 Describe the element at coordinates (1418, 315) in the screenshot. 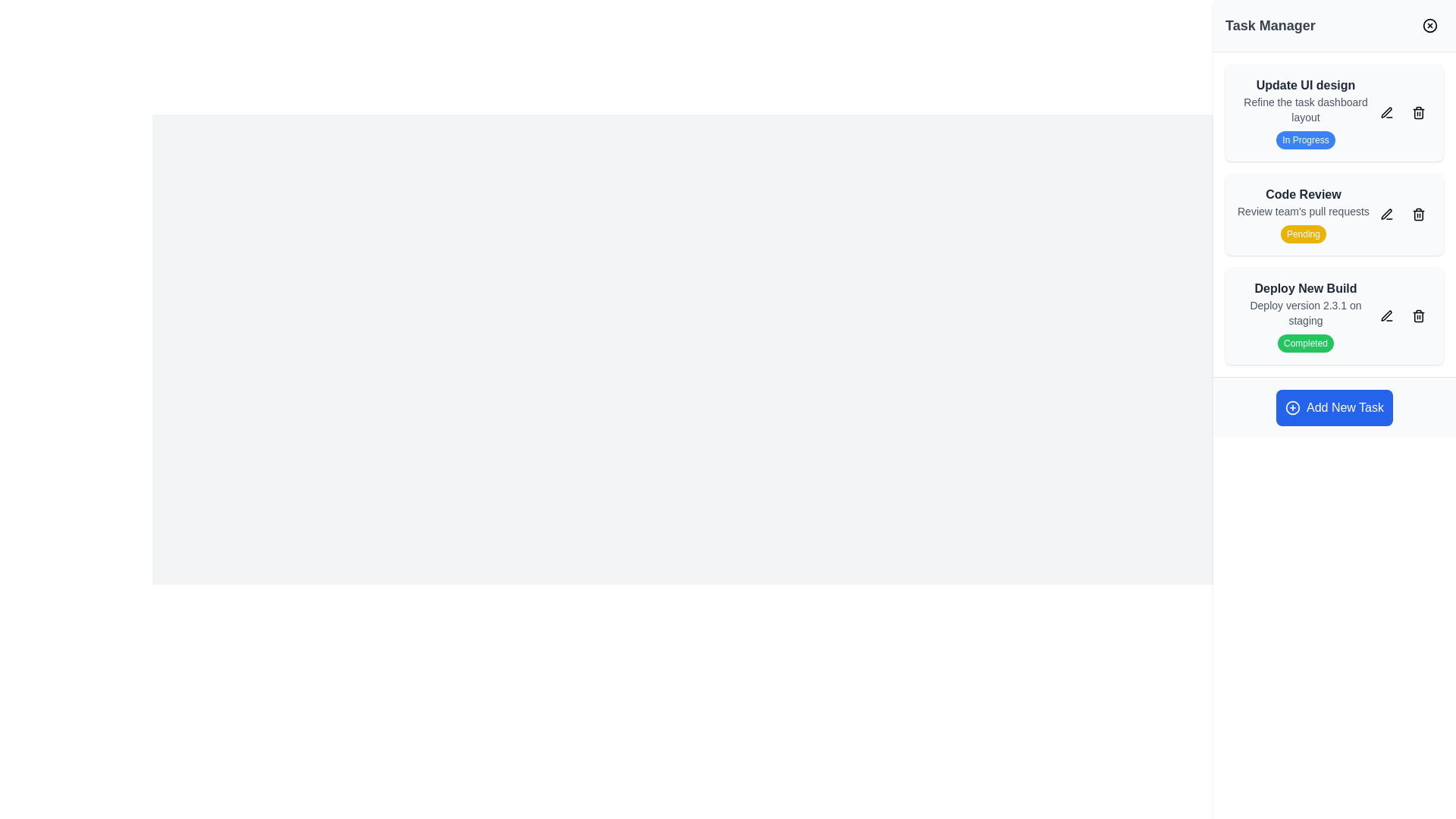

I see `the main body of the trash bin icon in the 'Deploy New Build' task panel, which is represented as a rectangular vector graphic with rounded edges` at that location.